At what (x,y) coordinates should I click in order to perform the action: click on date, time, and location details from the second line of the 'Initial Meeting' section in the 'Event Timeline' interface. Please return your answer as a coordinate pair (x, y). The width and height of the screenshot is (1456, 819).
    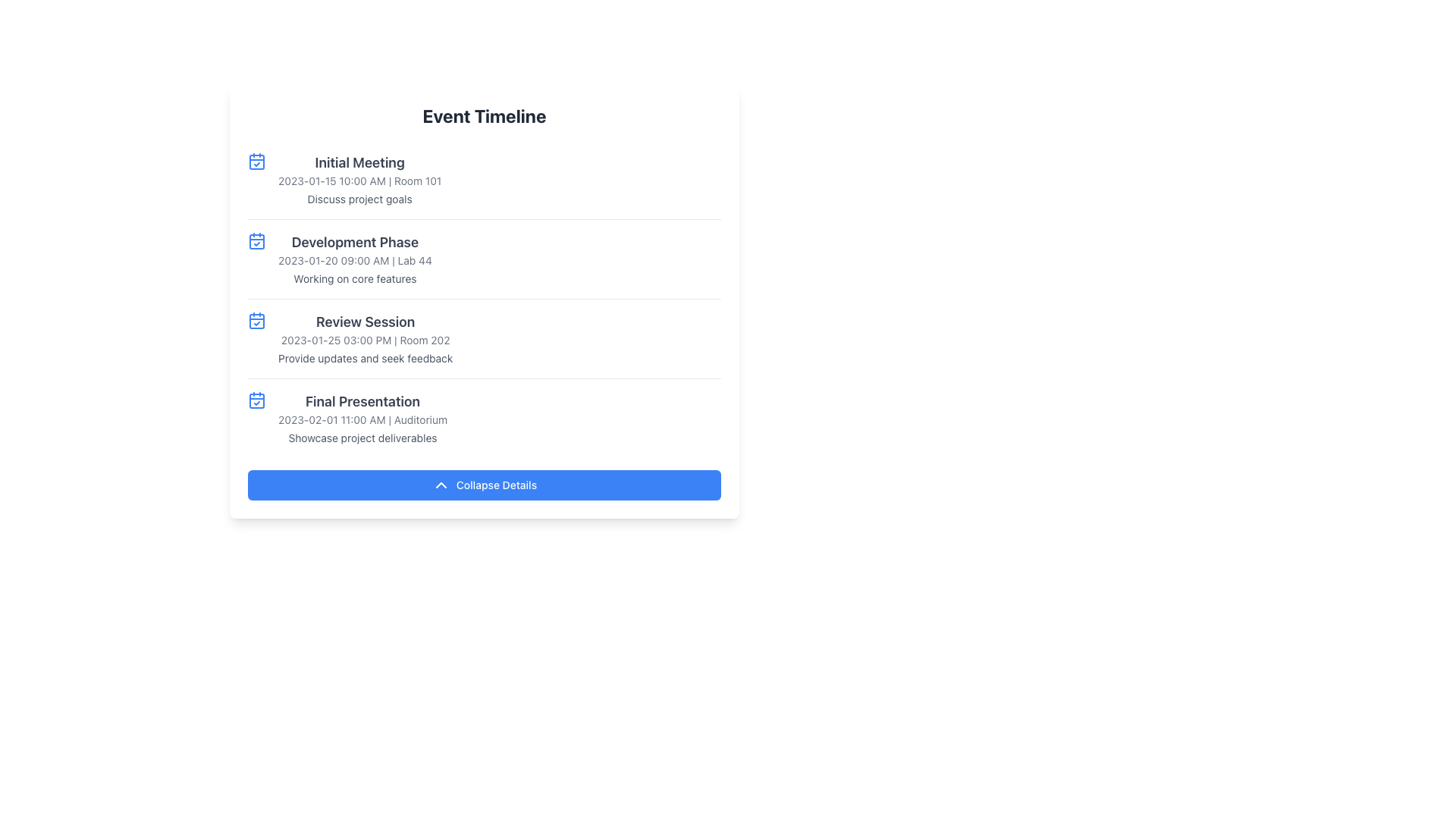
    Looking at the image, I should click on (359, 180).